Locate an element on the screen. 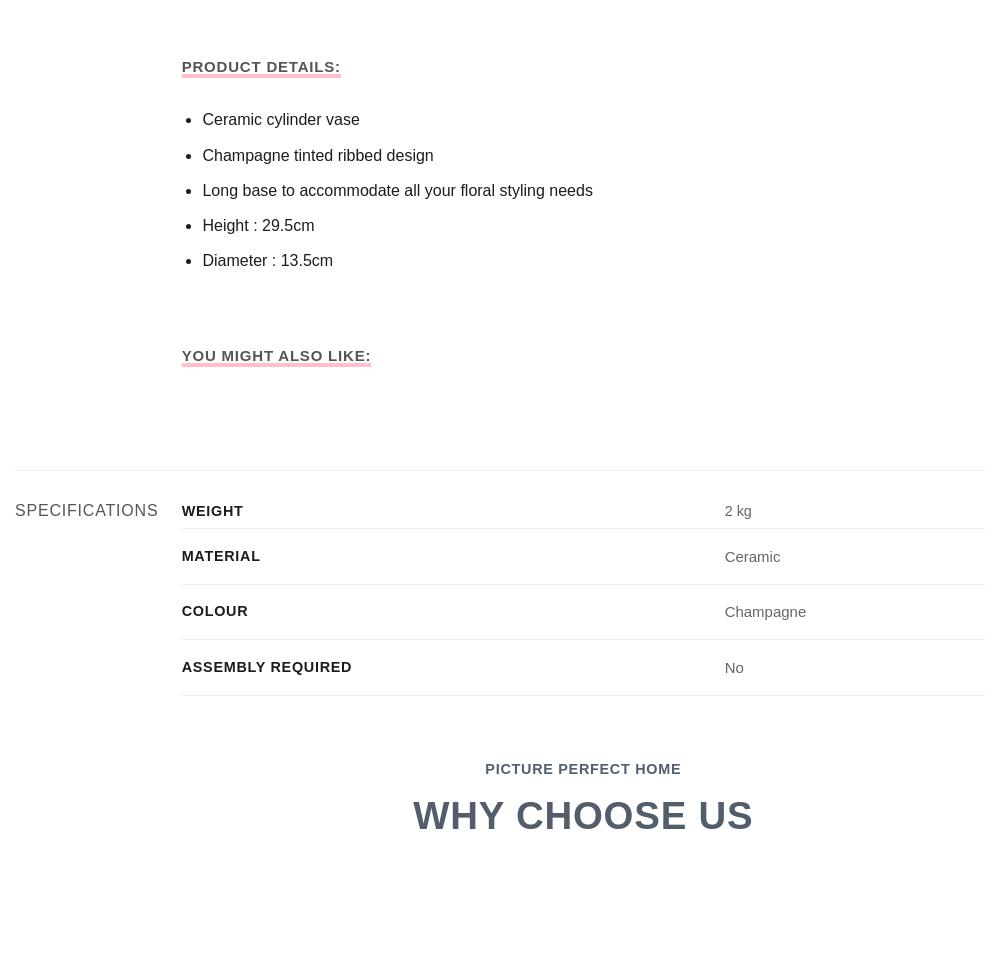 The image size is (1000, 978). 'Picture Perfect Home' is located at coordinates (582, 767).